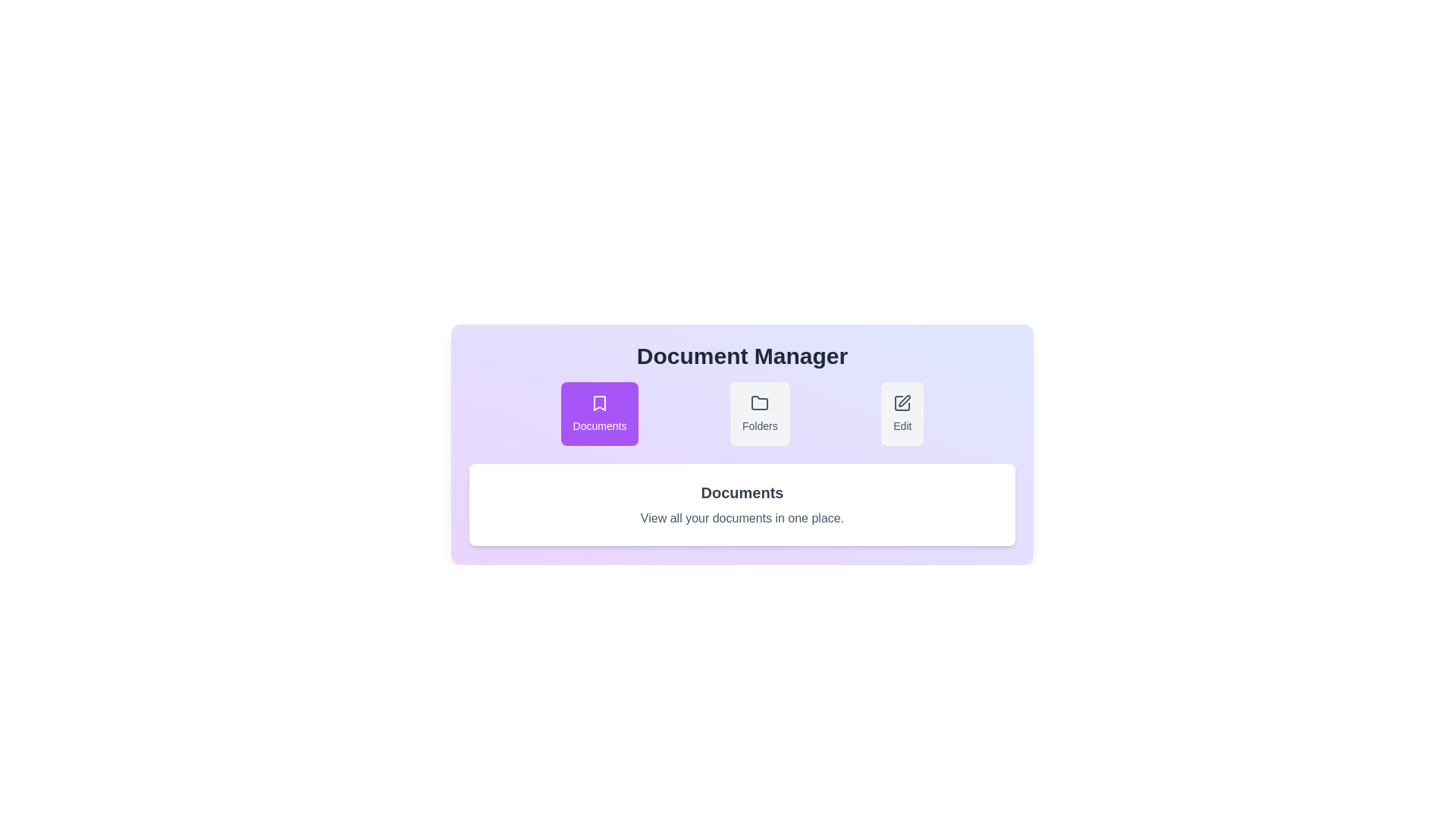 The height and width of the screenshot is (819, 1456). What do you see at coordinates (902, 426) in the screenshot?
I see `the 'Edit' text label located at the bottom-most position inside the rightmost button of a card-like structure with multiple interactive elements` at bounding box center [902, 426].